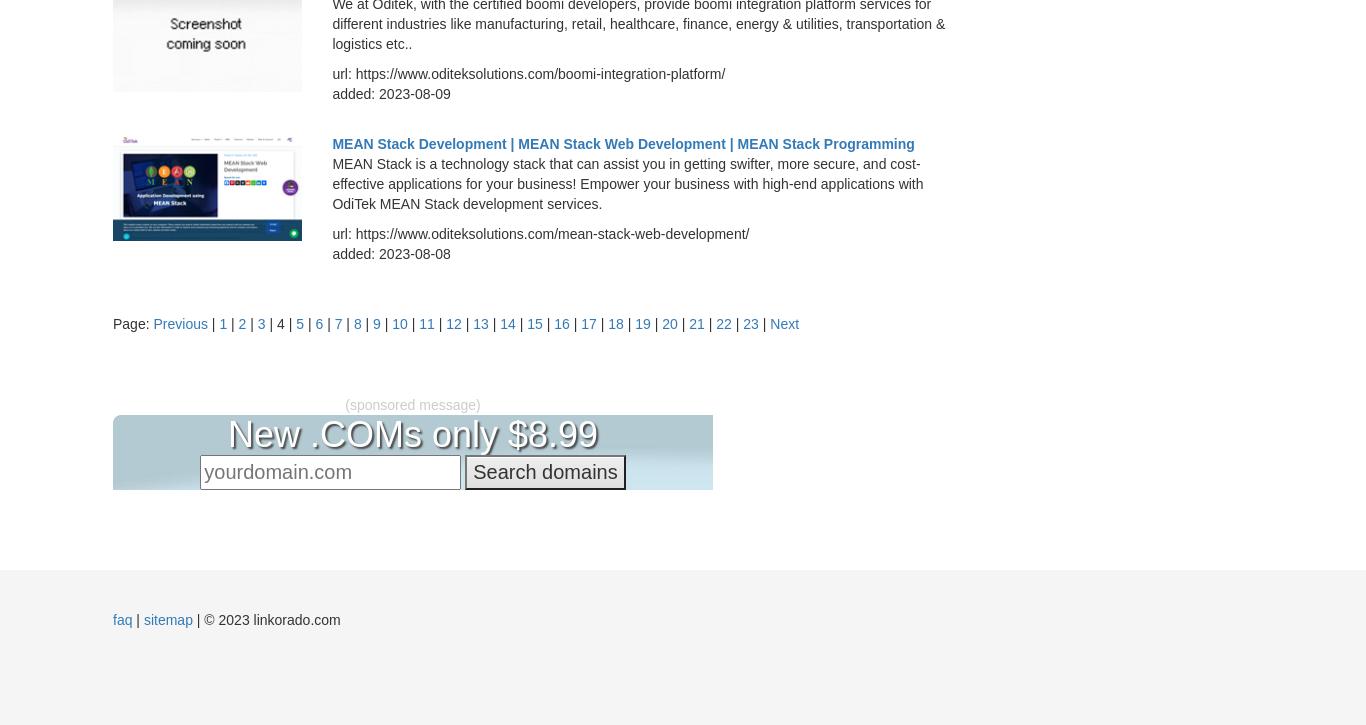 This screenshot has height=725, width=1366. Describe the element at coordinates (337, 324) in the screenshot. I see `'7'` at that location.